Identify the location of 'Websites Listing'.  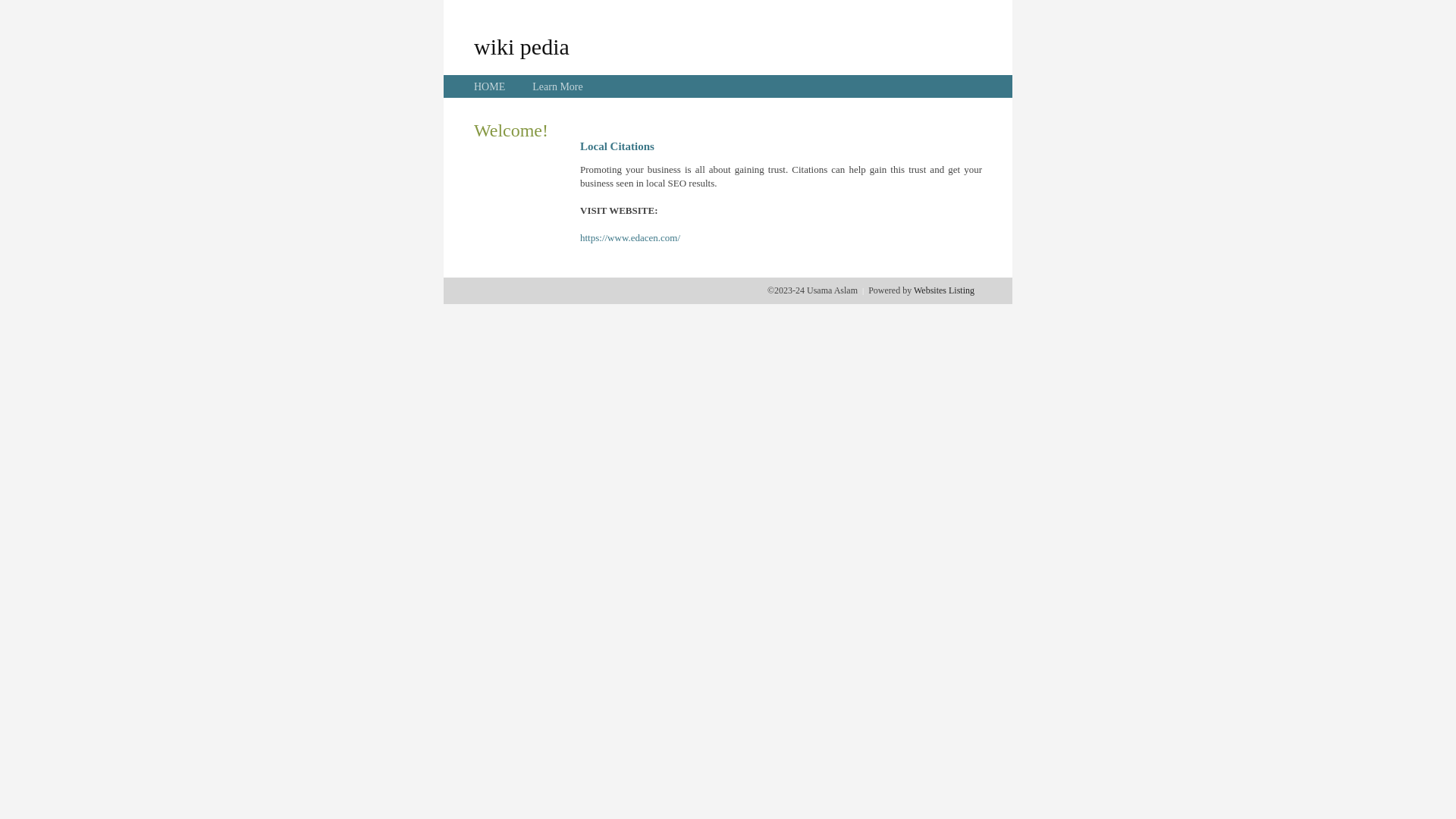
(943, 290).